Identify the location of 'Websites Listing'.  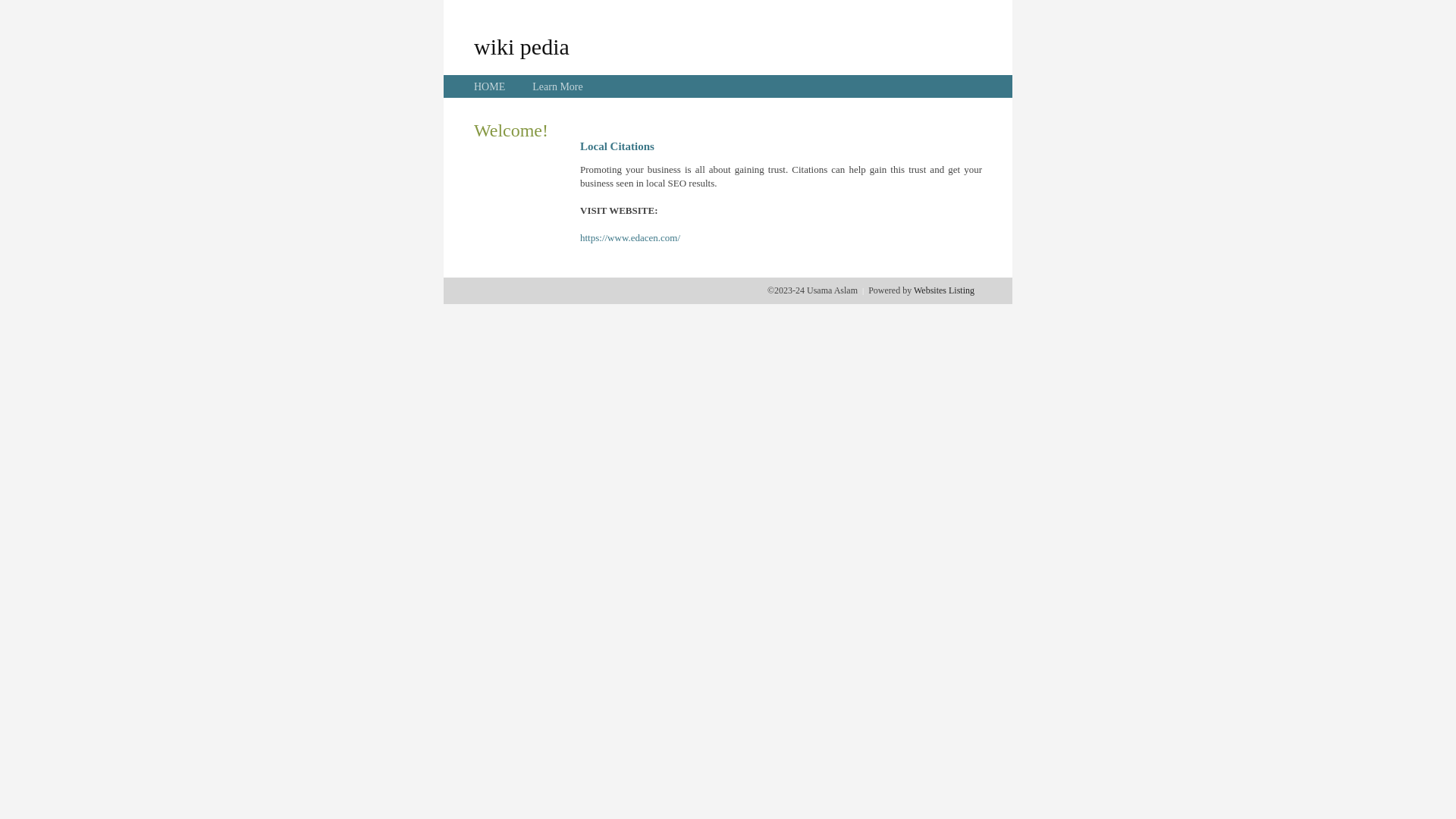
(943, 290).